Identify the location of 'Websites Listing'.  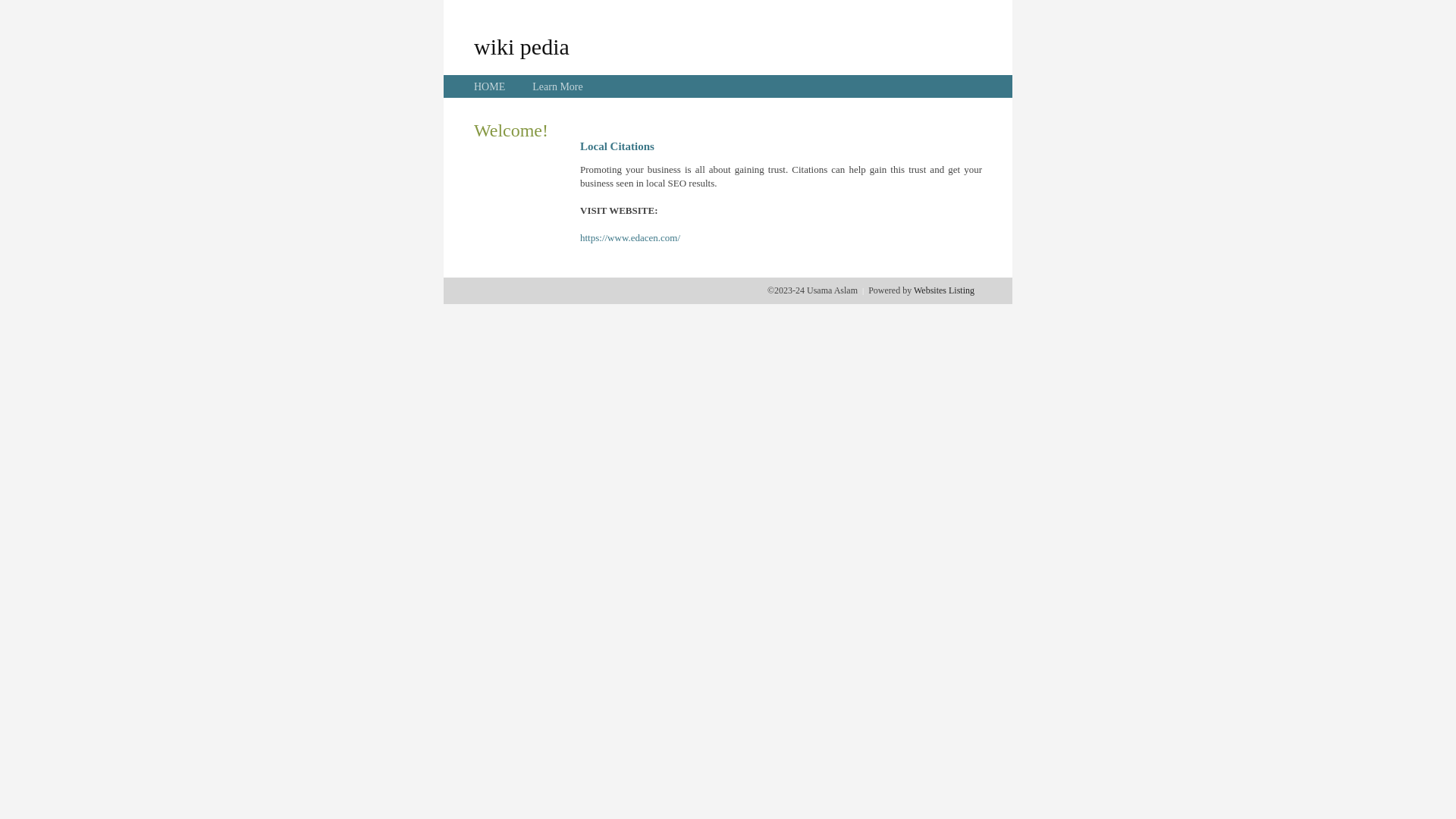
(943, 290).